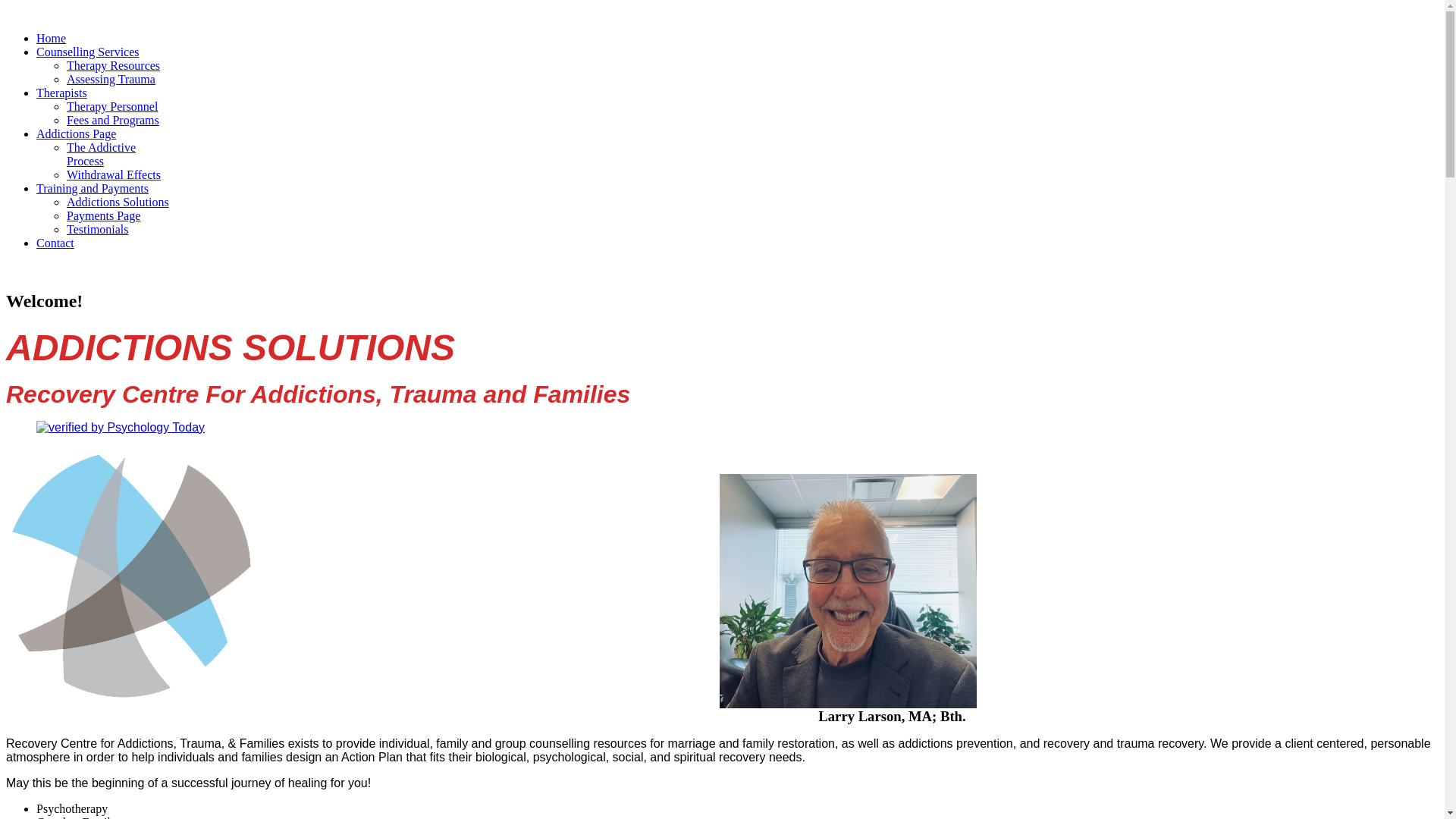 This screenshot has width=1456, height=819. I want to click on 'Therapy Personnel', so click(65, 105).